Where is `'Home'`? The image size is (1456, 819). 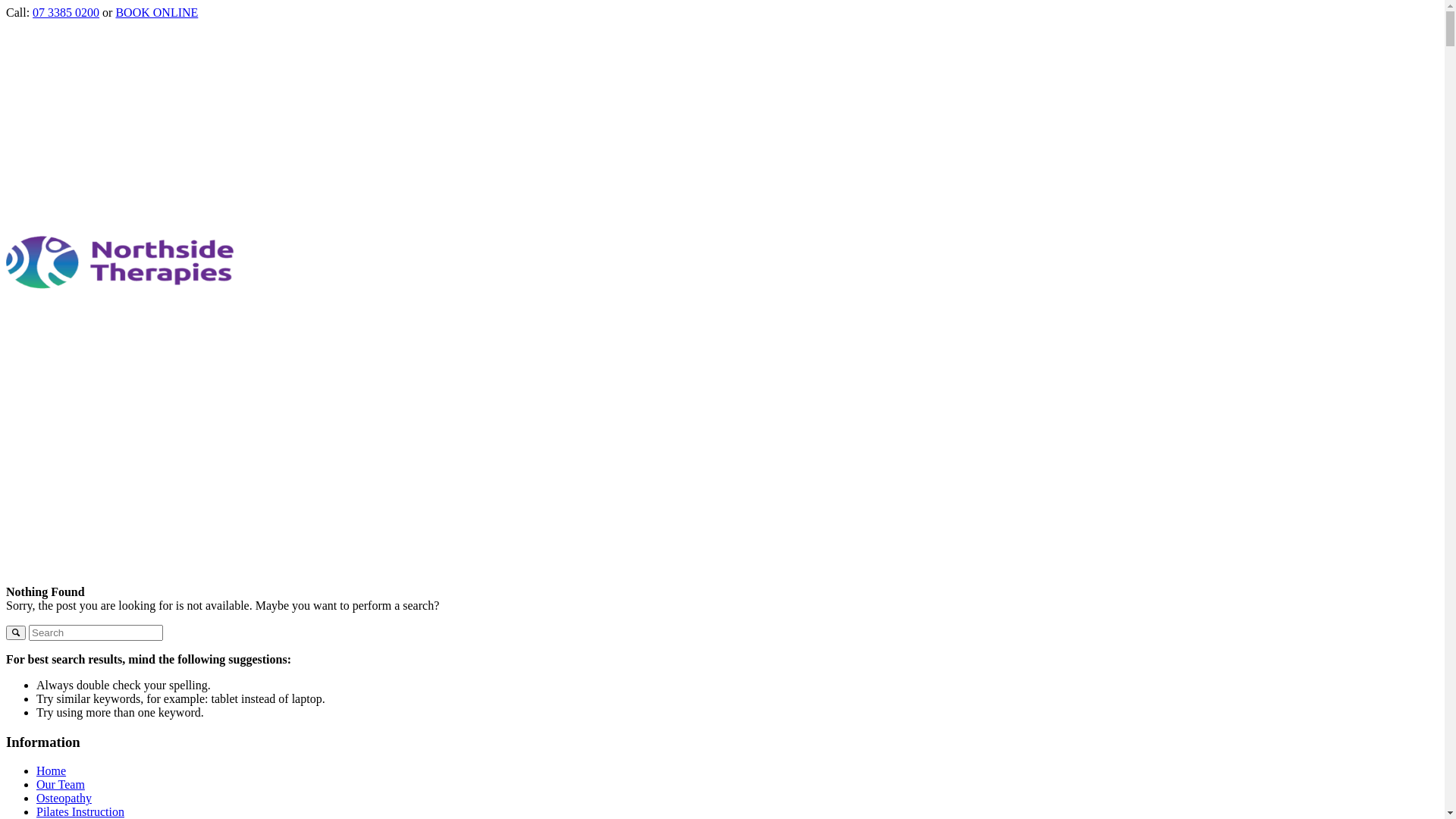
'Home' is located at coordinates (51, 770).